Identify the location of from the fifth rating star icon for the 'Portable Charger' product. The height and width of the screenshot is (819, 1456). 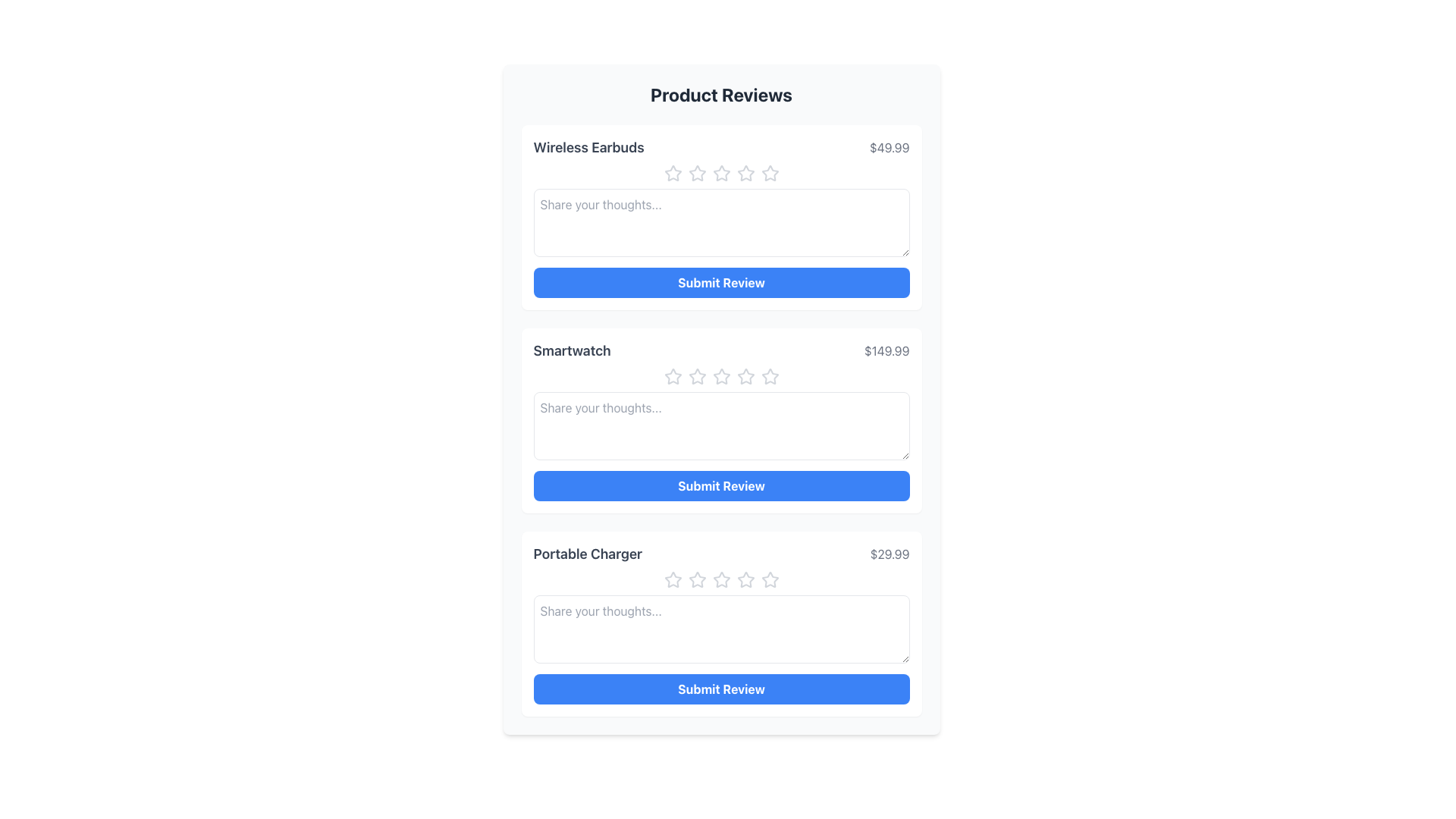
(770, 579).